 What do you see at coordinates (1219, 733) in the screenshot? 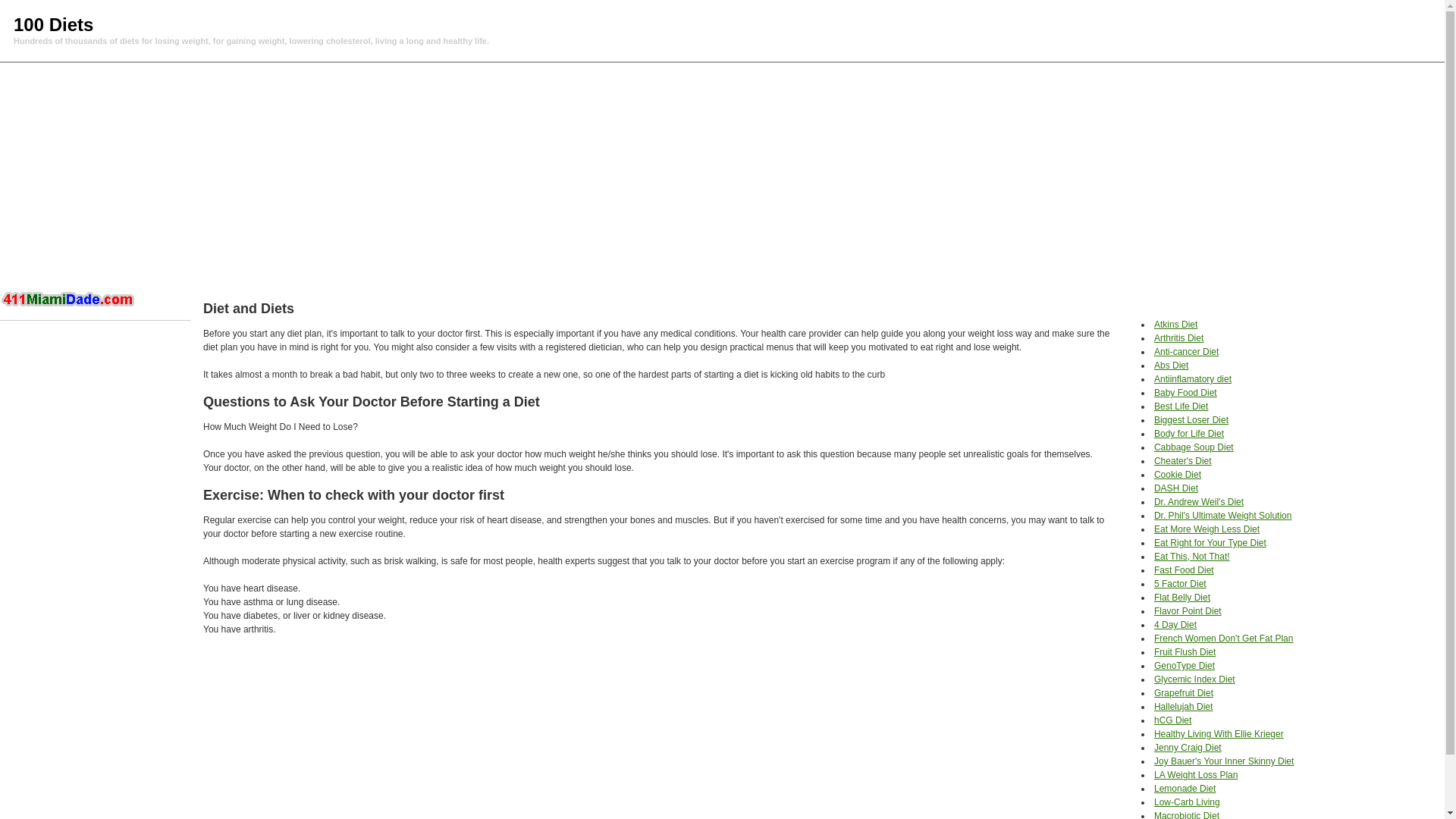
I see `'Healthy Living With Ellie Krieger'` at bounding box center [1219, 733].